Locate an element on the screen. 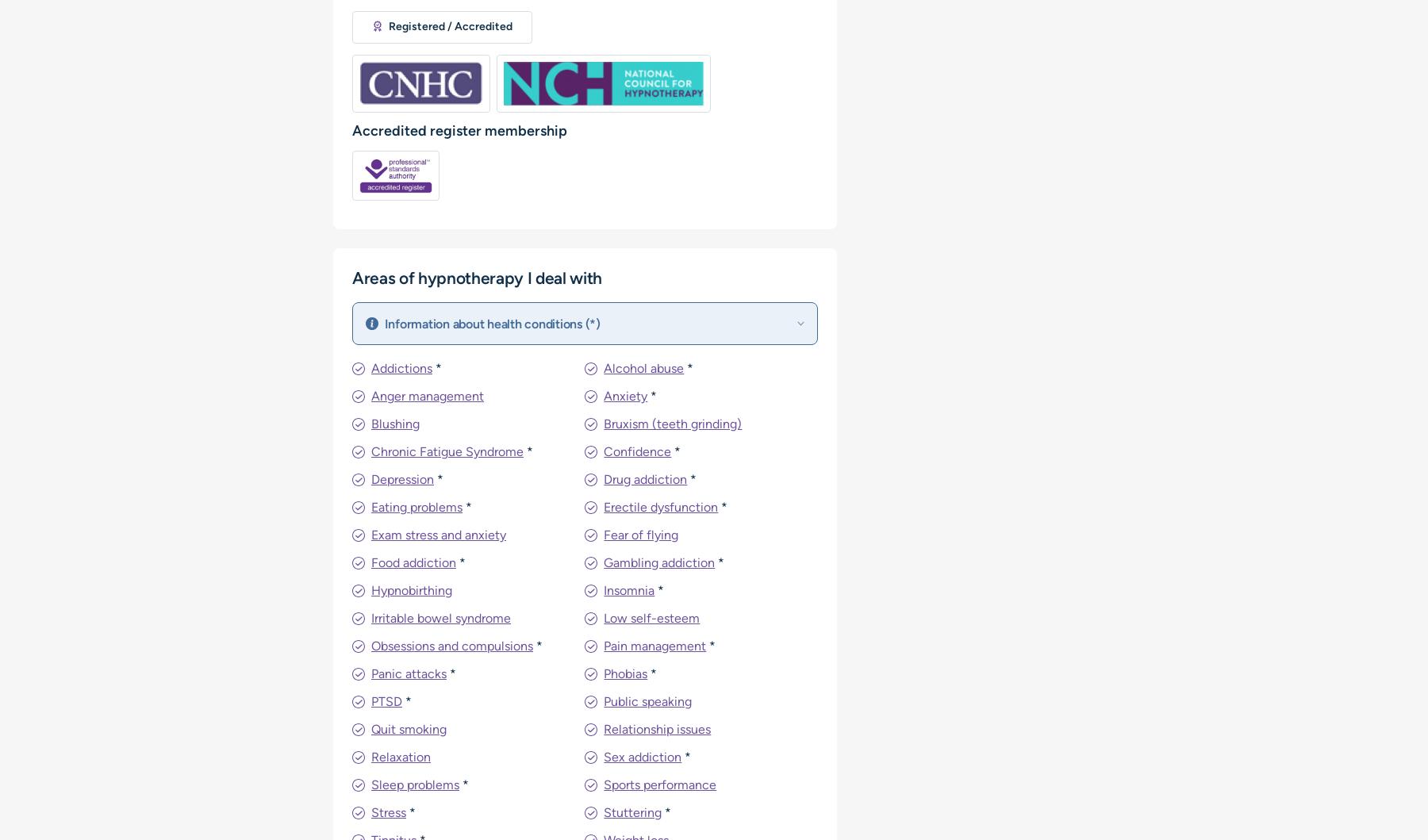  'Obsessions and compulsions' is located at coordinates (452, 645).